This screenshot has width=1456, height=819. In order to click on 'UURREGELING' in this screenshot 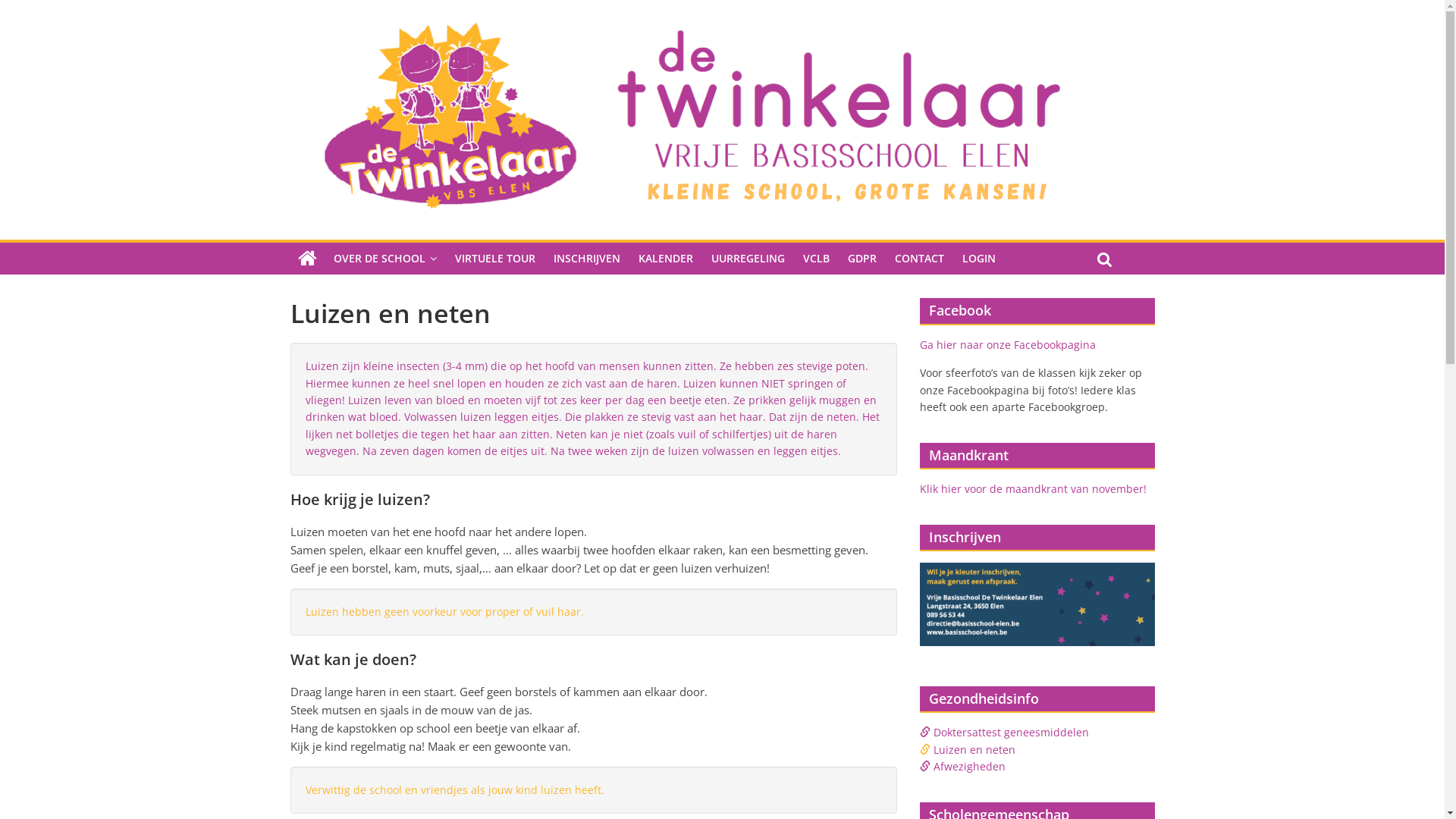, I will do `click(748, 257)`.